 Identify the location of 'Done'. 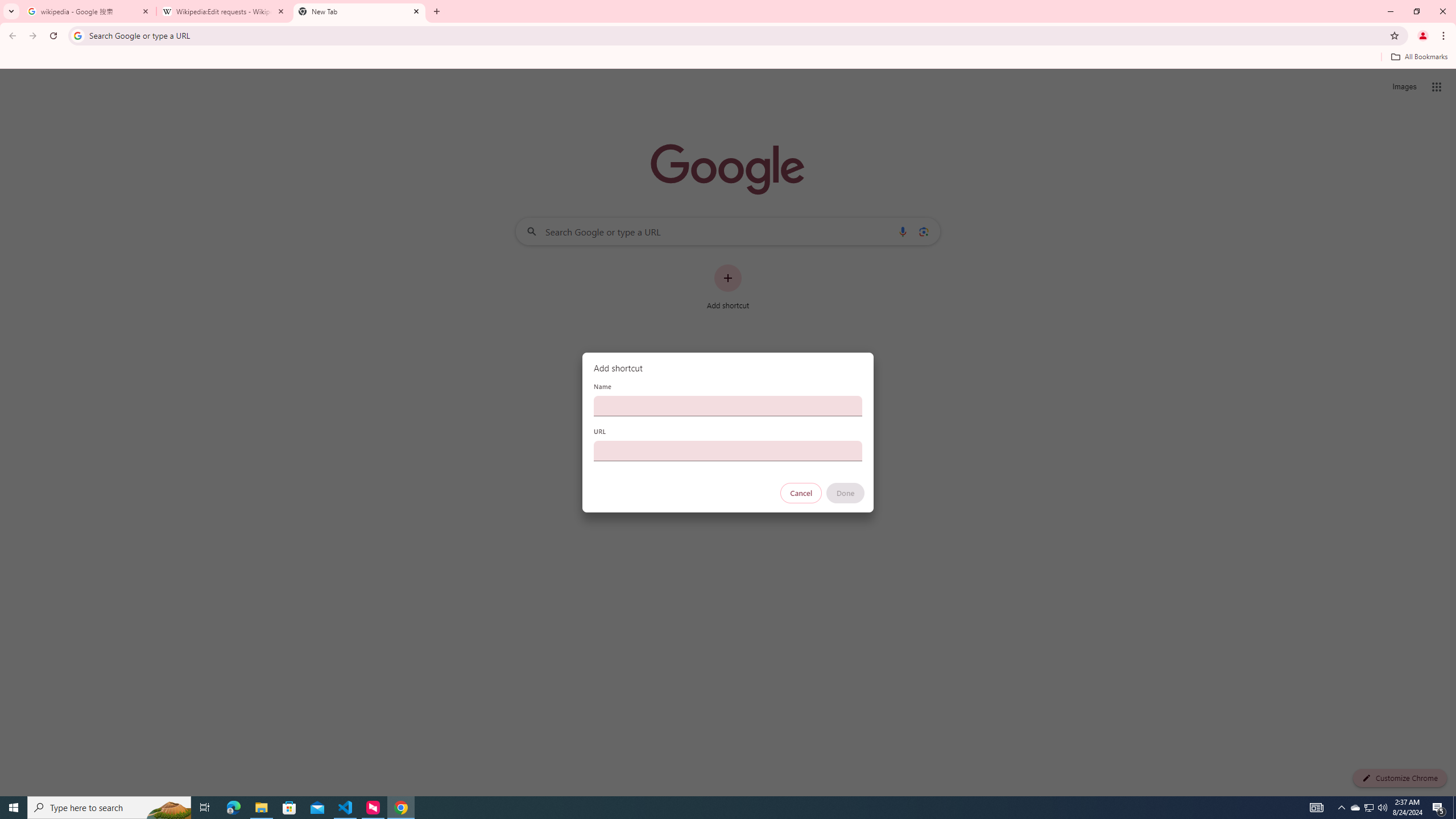
(846, 493).